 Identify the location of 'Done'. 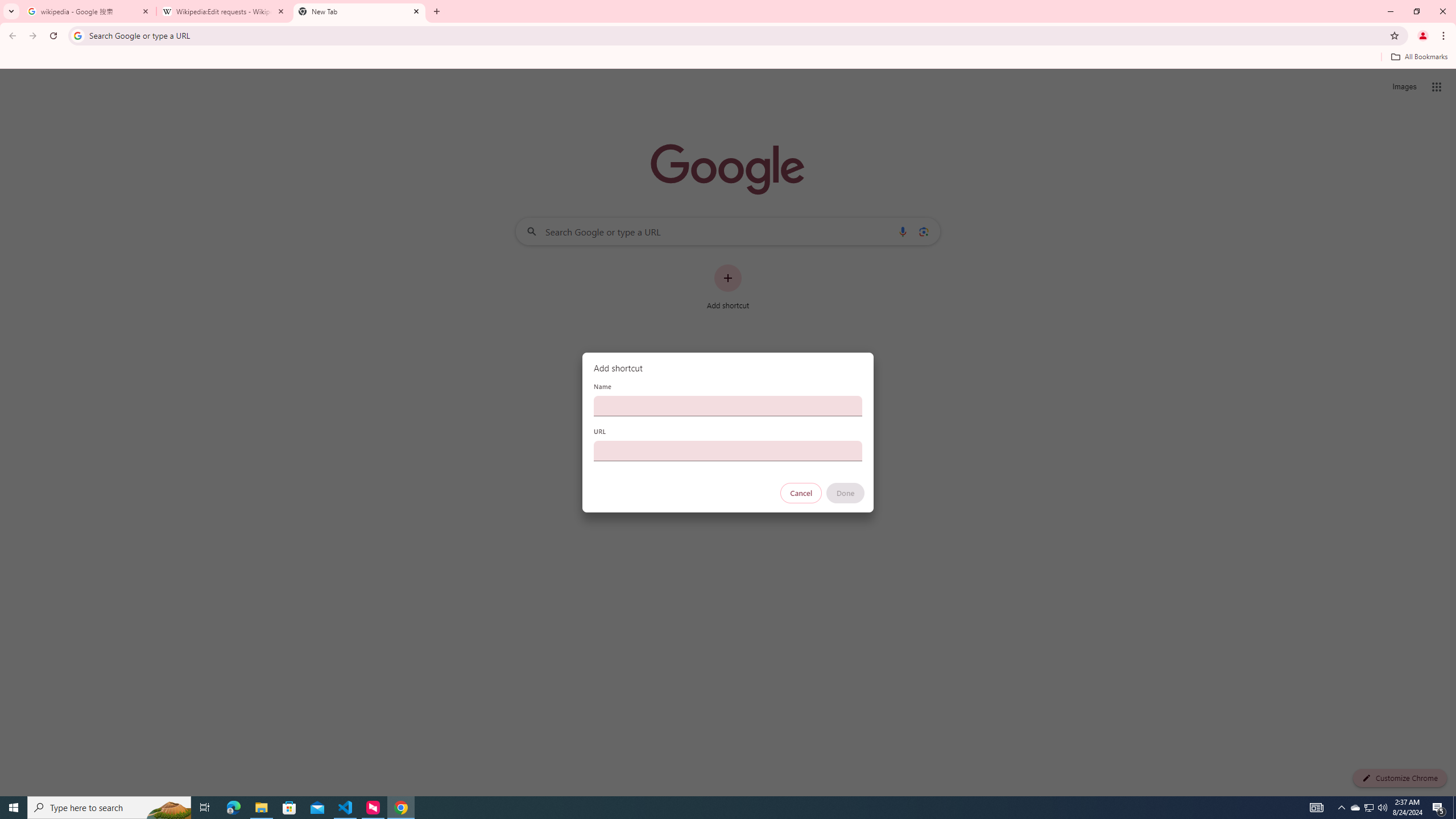
(846, 493).